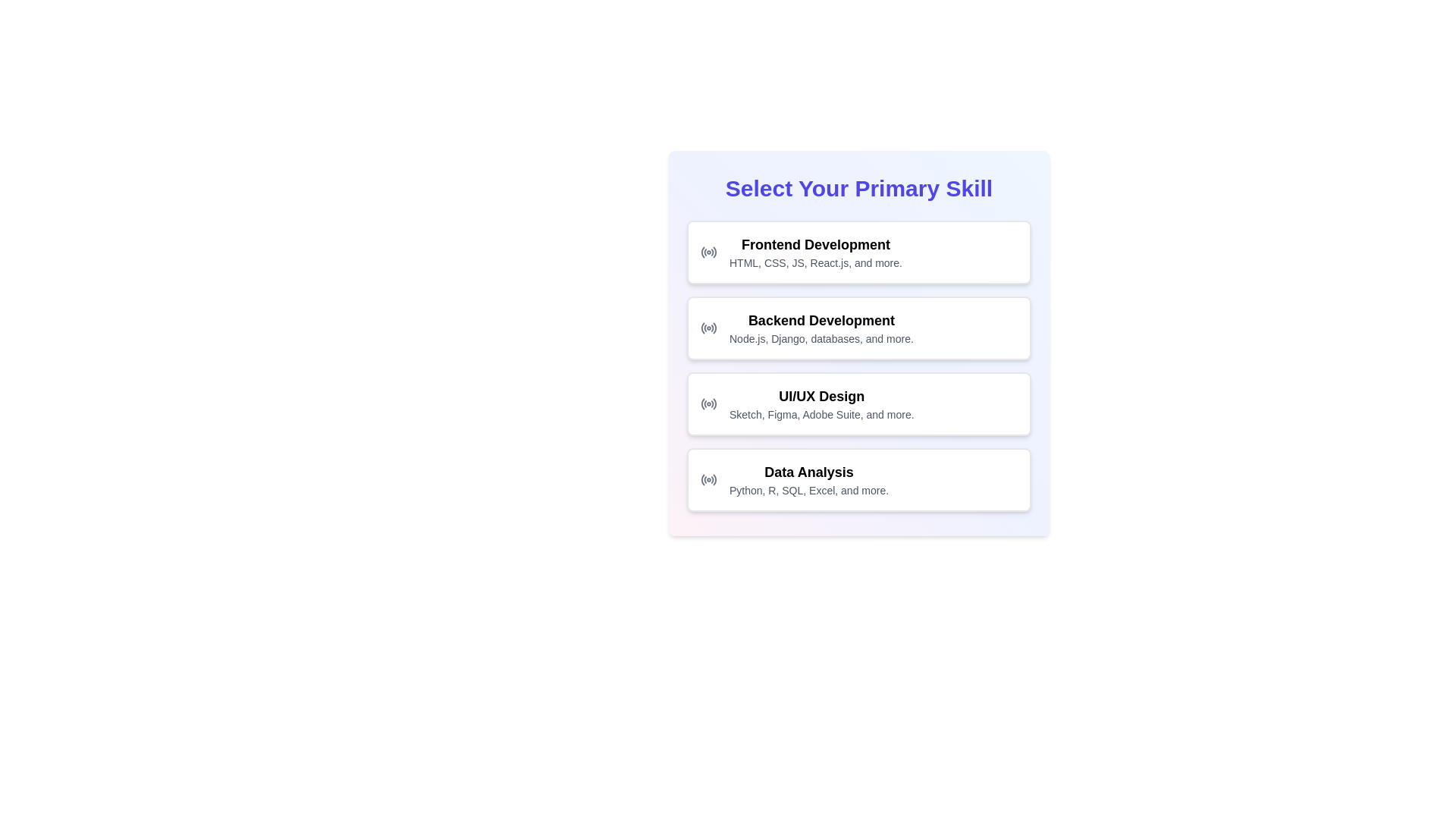  Describe the element at coordinates (821, 338) in the screenshot. I see `the descriptive text element for the 'Backend Development' skill option, located directly below its title in the second card of the vertical list` at that location.